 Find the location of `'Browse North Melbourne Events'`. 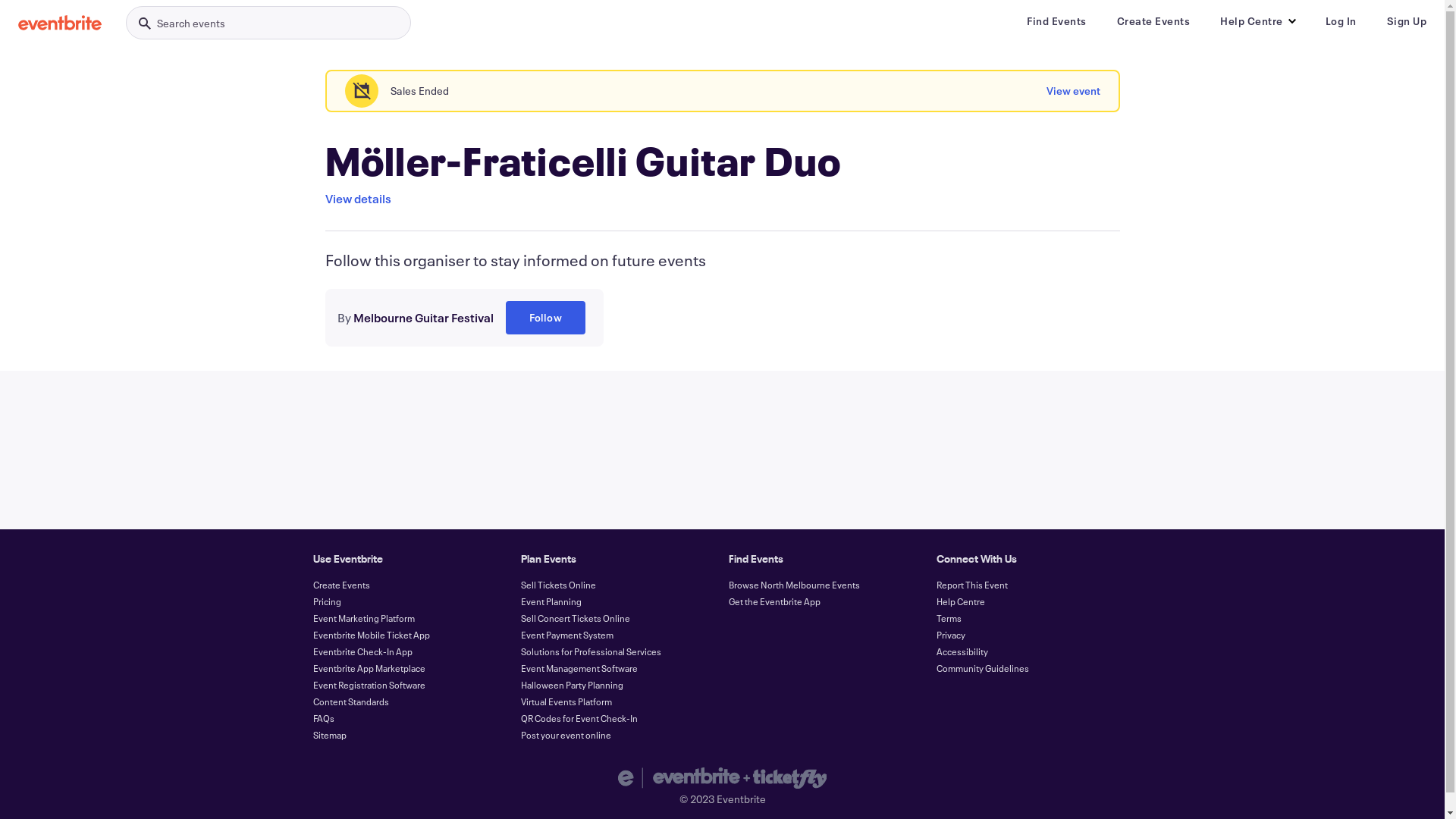

'Browse North Melbourne Events' is located at coordinates (792, 584).